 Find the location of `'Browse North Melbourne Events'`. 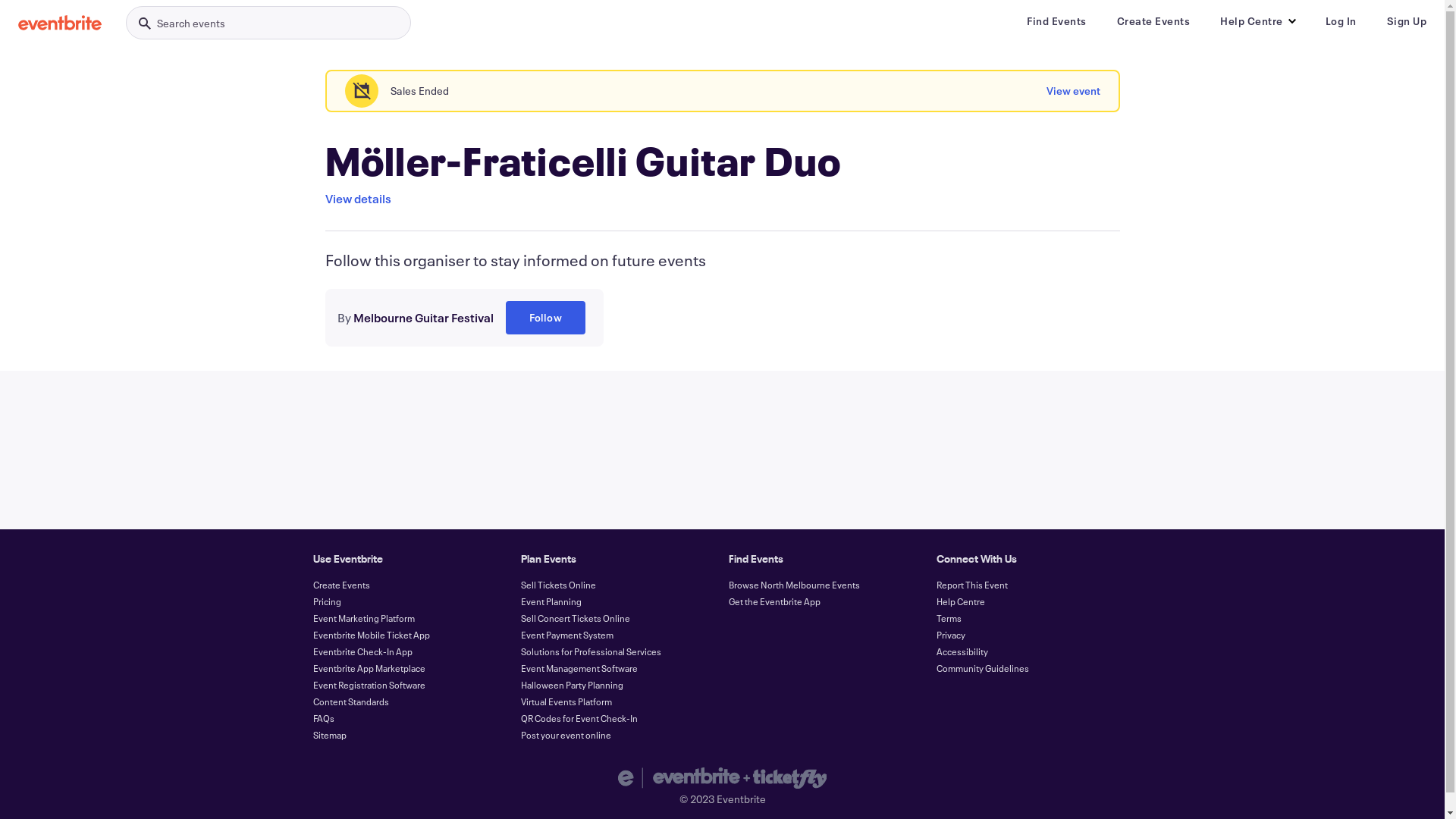

'Browse North Melbourne Events' is located at coordinates (792, 584).